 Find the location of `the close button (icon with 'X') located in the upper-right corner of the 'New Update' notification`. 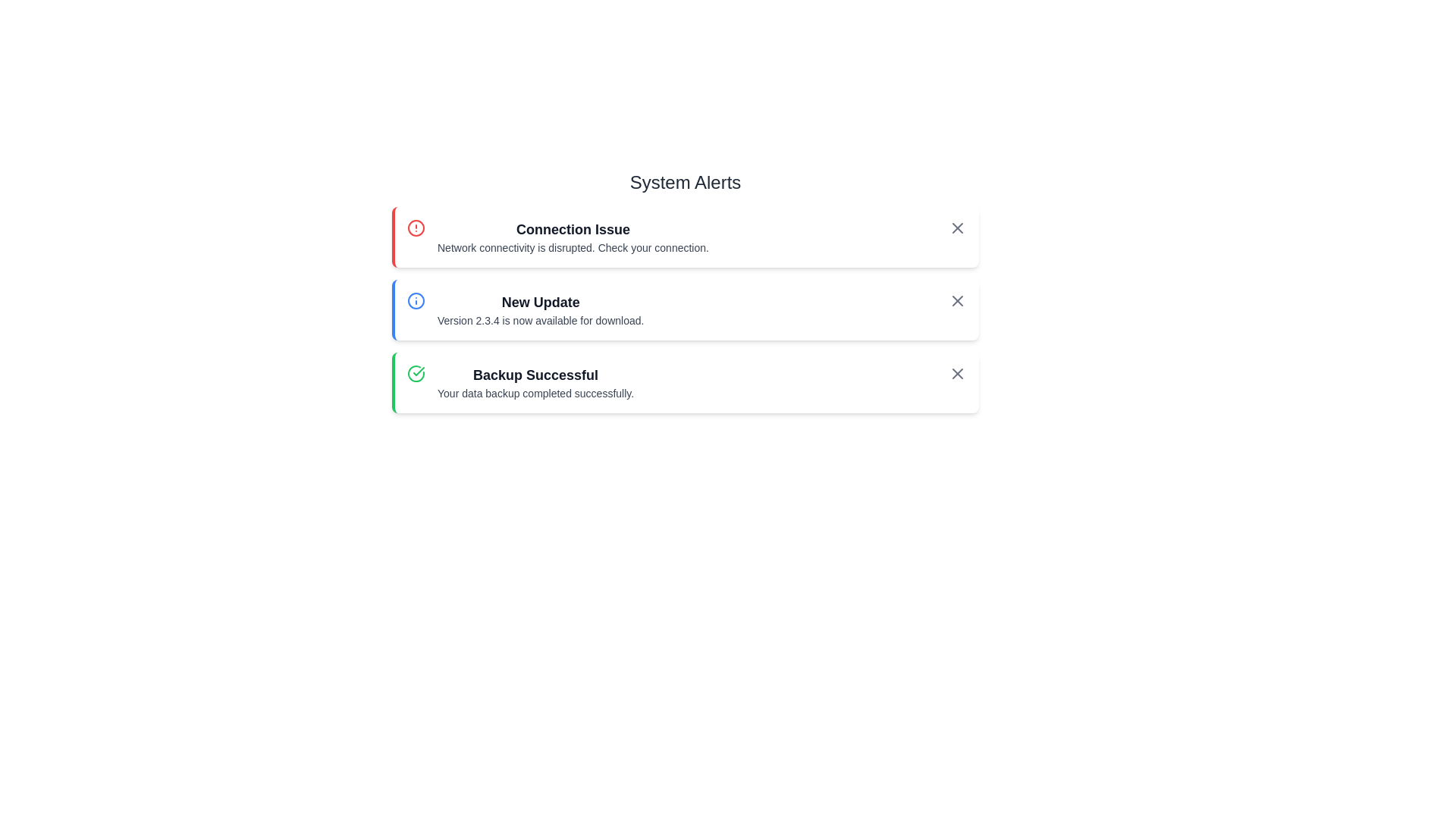

the close button (icon with 'X') located in the upper-right corner of the 'New Update' notification is located at coordinates (956, 301).